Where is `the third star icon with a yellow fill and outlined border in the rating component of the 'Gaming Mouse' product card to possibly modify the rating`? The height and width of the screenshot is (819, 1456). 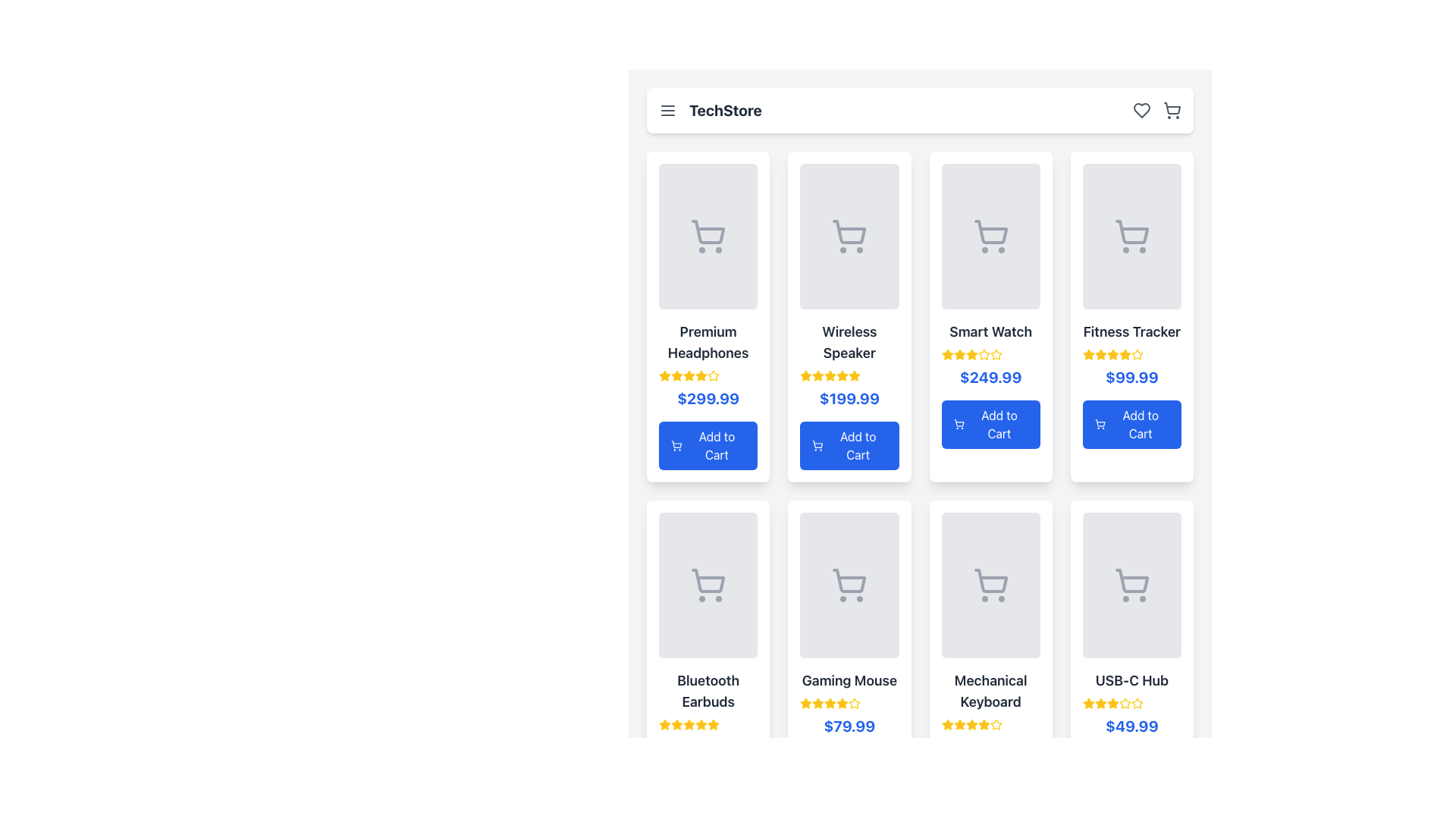 the third star icon with a yellow fill and outlined border in the rating component of the 'Gaming Mouse' product card to possibly modify the rating is located at coordinates (830, 703).